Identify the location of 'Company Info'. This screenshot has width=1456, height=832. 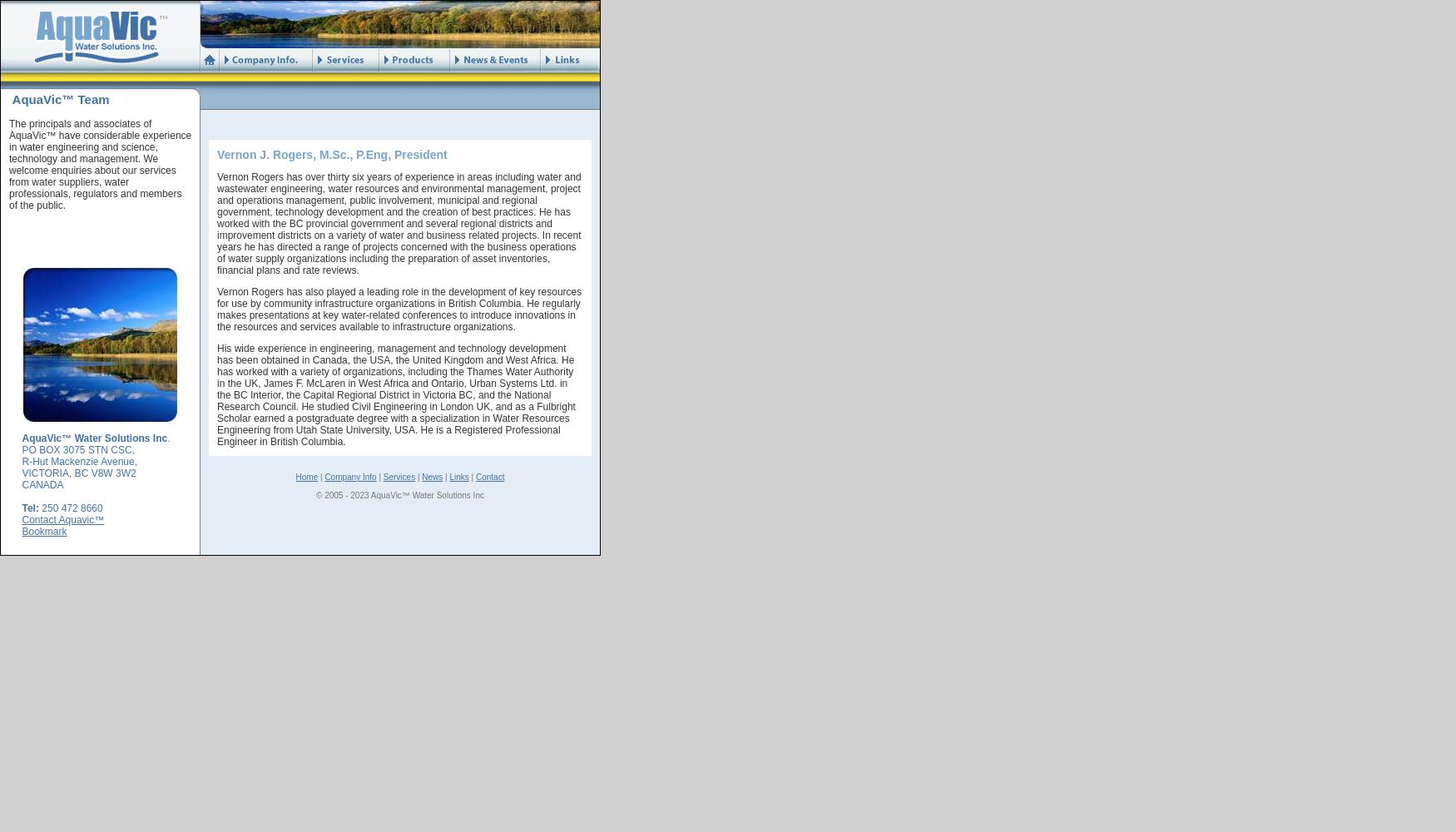
(324, 476).